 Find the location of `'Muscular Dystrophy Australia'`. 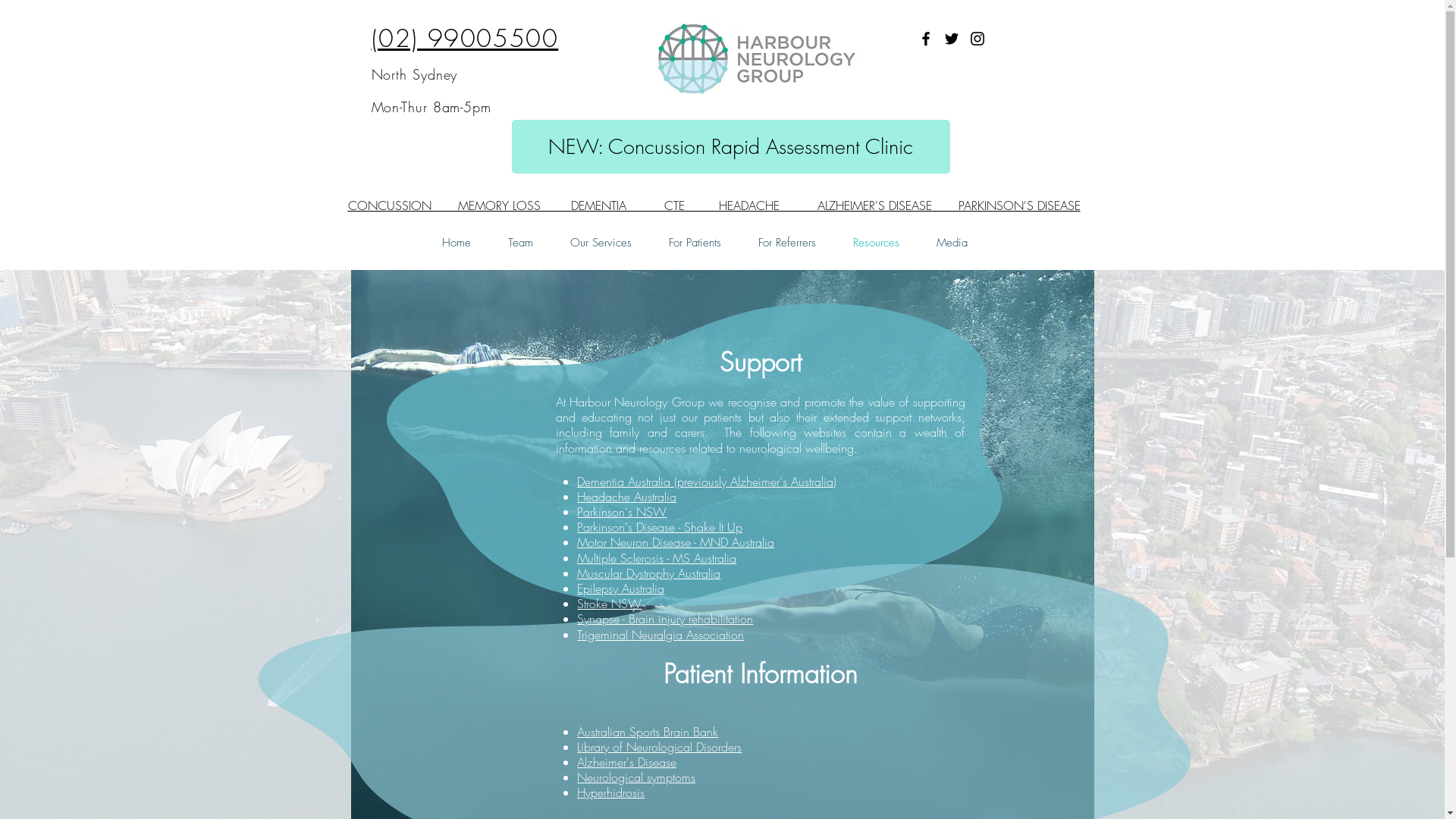

'Muscular Dystrophy Australia' is located at coordinates (648, 573).